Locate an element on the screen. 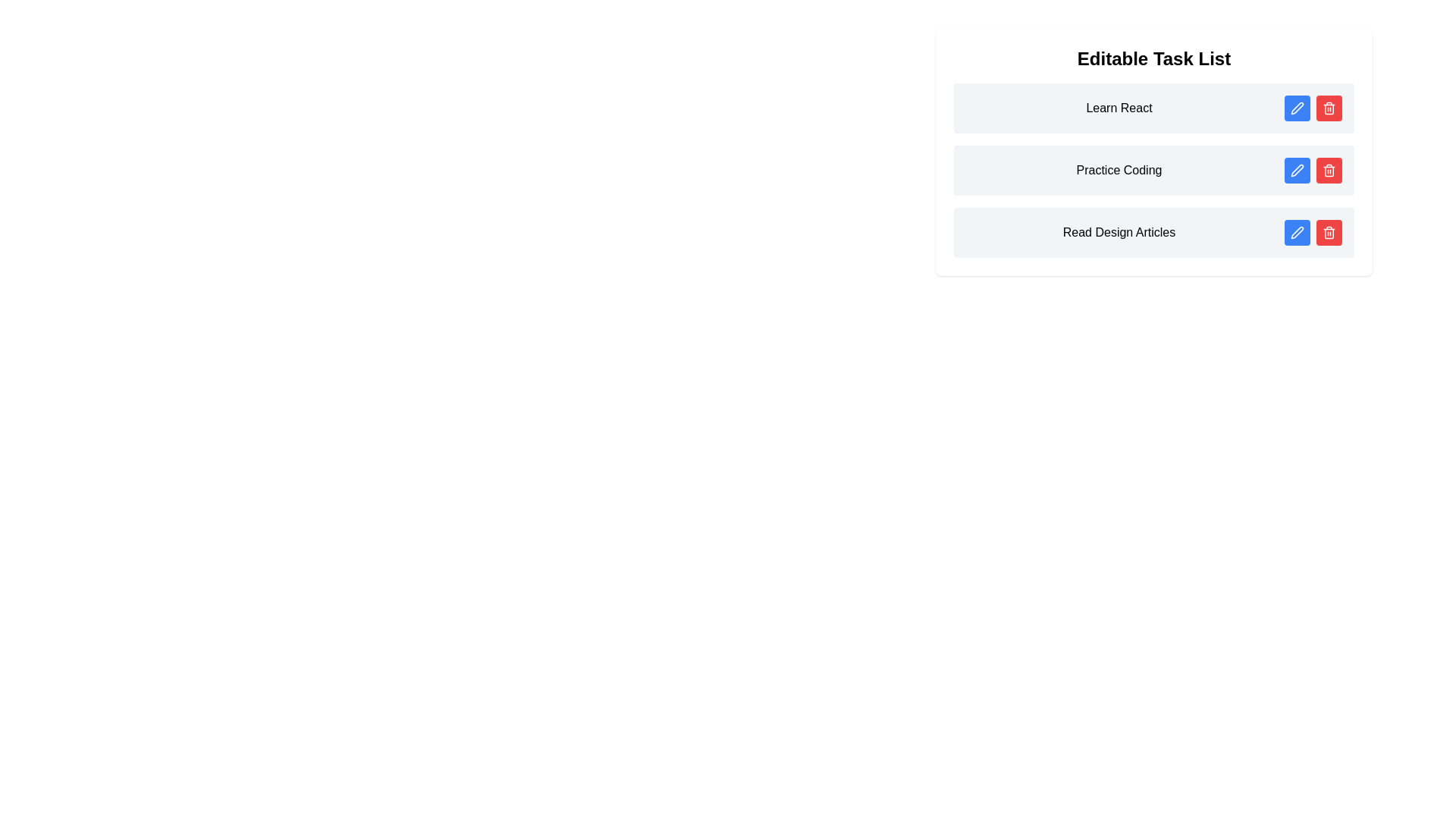  the text label displaying 'Learn React' that is part of the topmost task item in the editable task list is located at coordinates (1119, 107).